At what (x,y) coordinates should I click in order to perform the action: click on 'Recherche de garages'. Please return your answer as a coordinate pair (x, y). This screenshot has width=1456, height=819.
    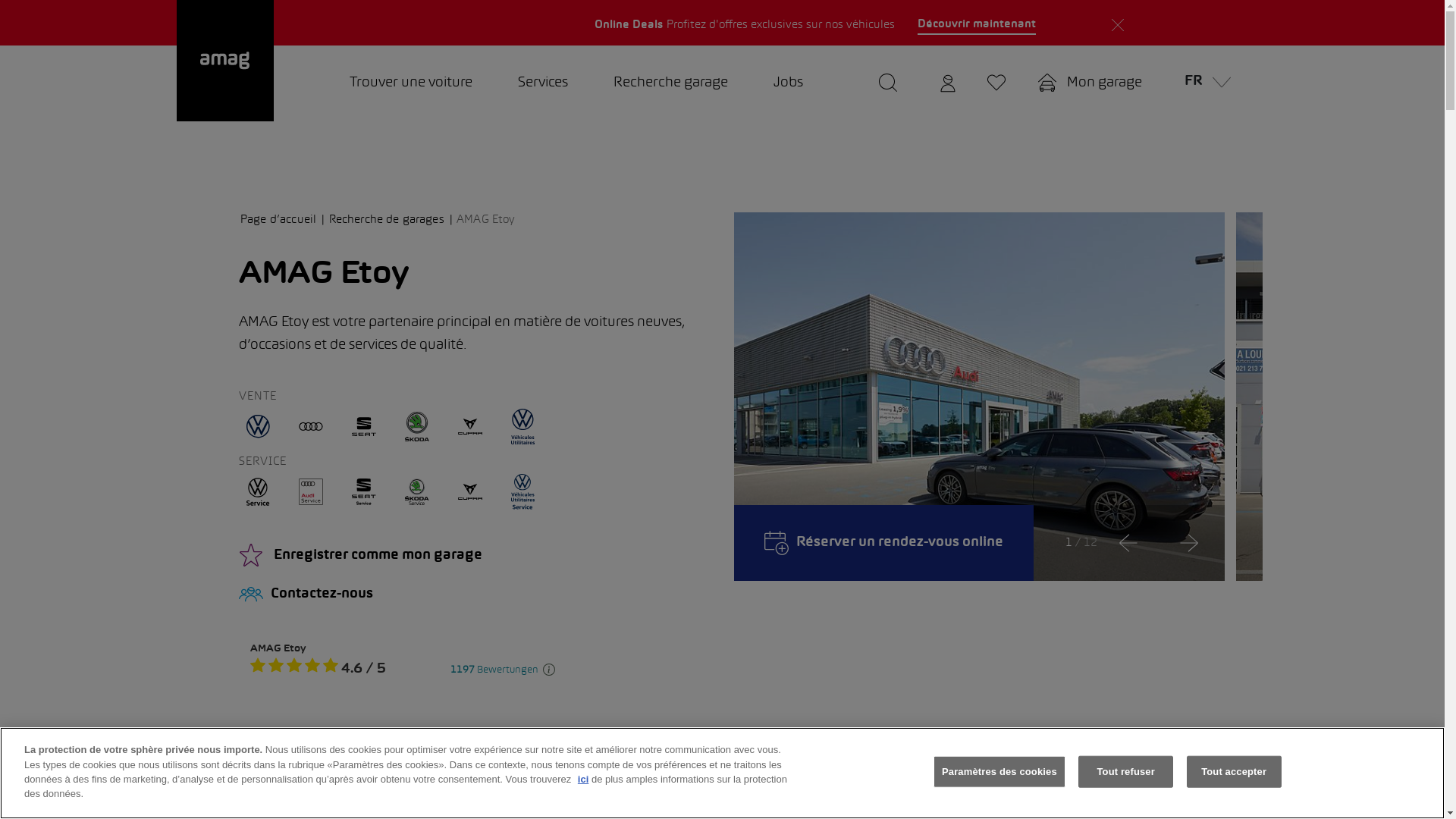
    Looking at the image, I should click on (327, 219).